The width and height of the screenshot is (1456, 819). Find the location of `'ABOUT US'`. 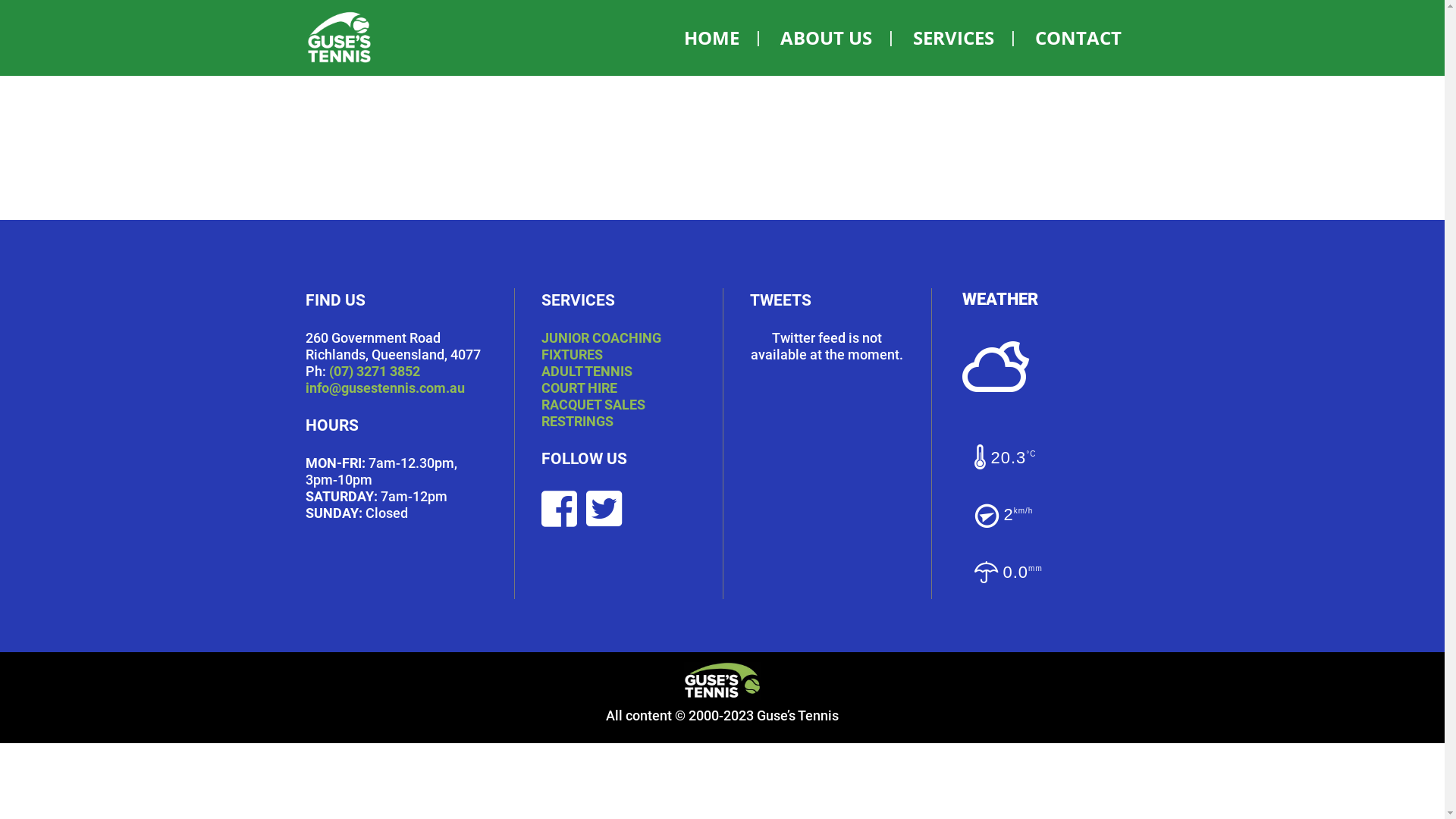

'ABOUT US' is located at coordinates (824, 37).